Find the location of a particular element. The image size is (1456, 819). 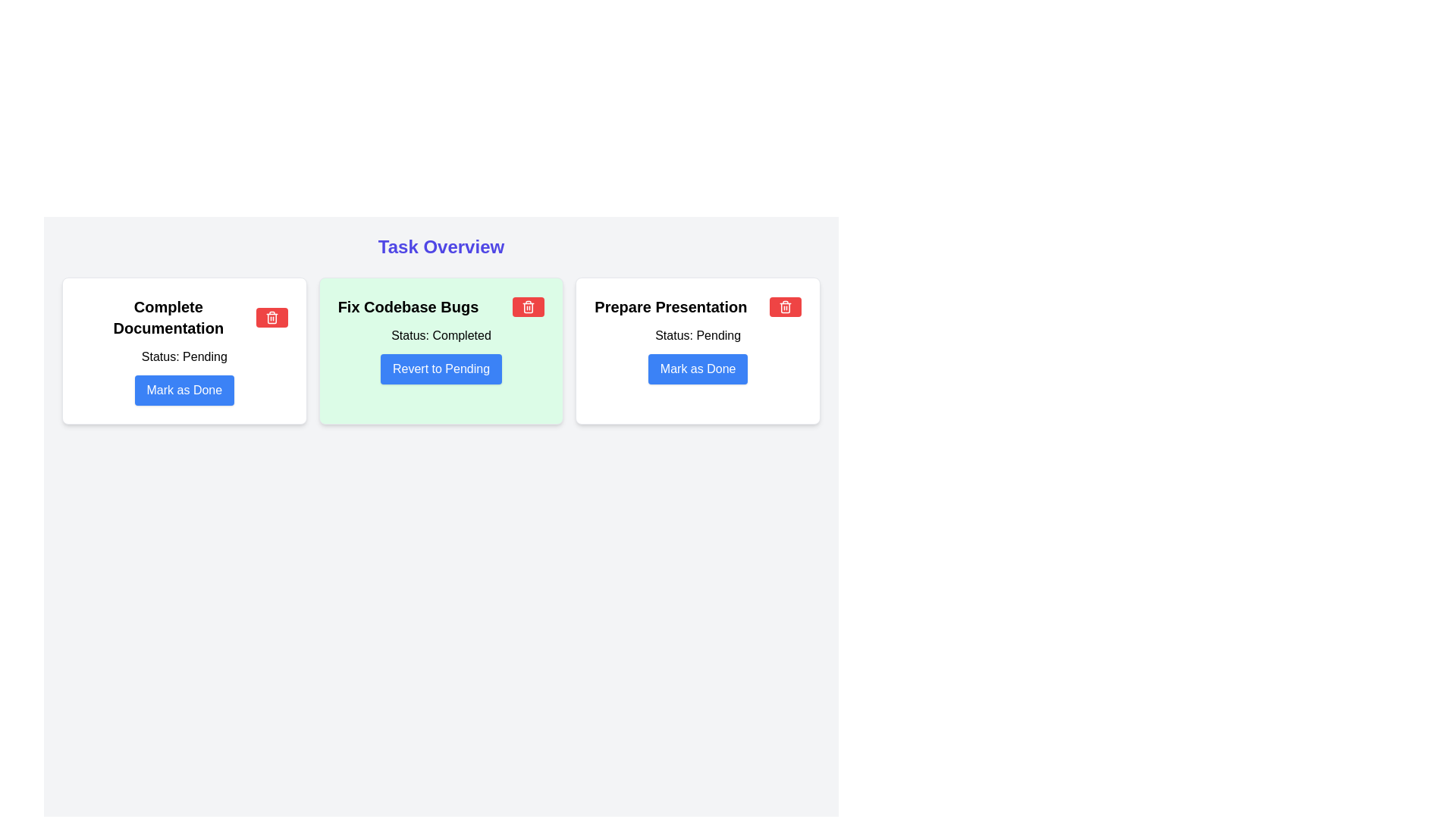

the button within the green card titled 'Fix Codebase Bugs' to revert the task status from 'Completed' to 'Pending' is located at coordinates (440, 369).